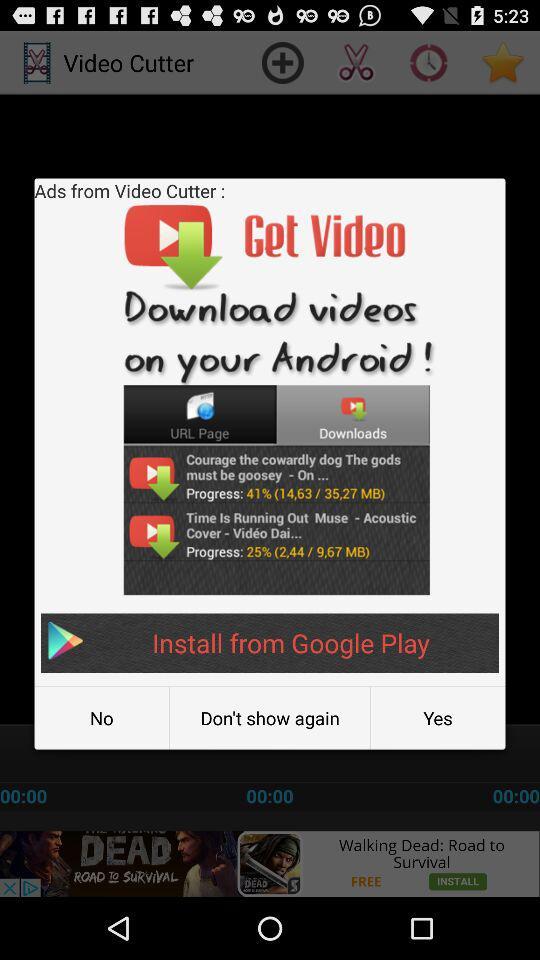  Describe the element at coordinates (100, 718) in the screenshot. I see `the icon to the left of the don t show item` at that location.